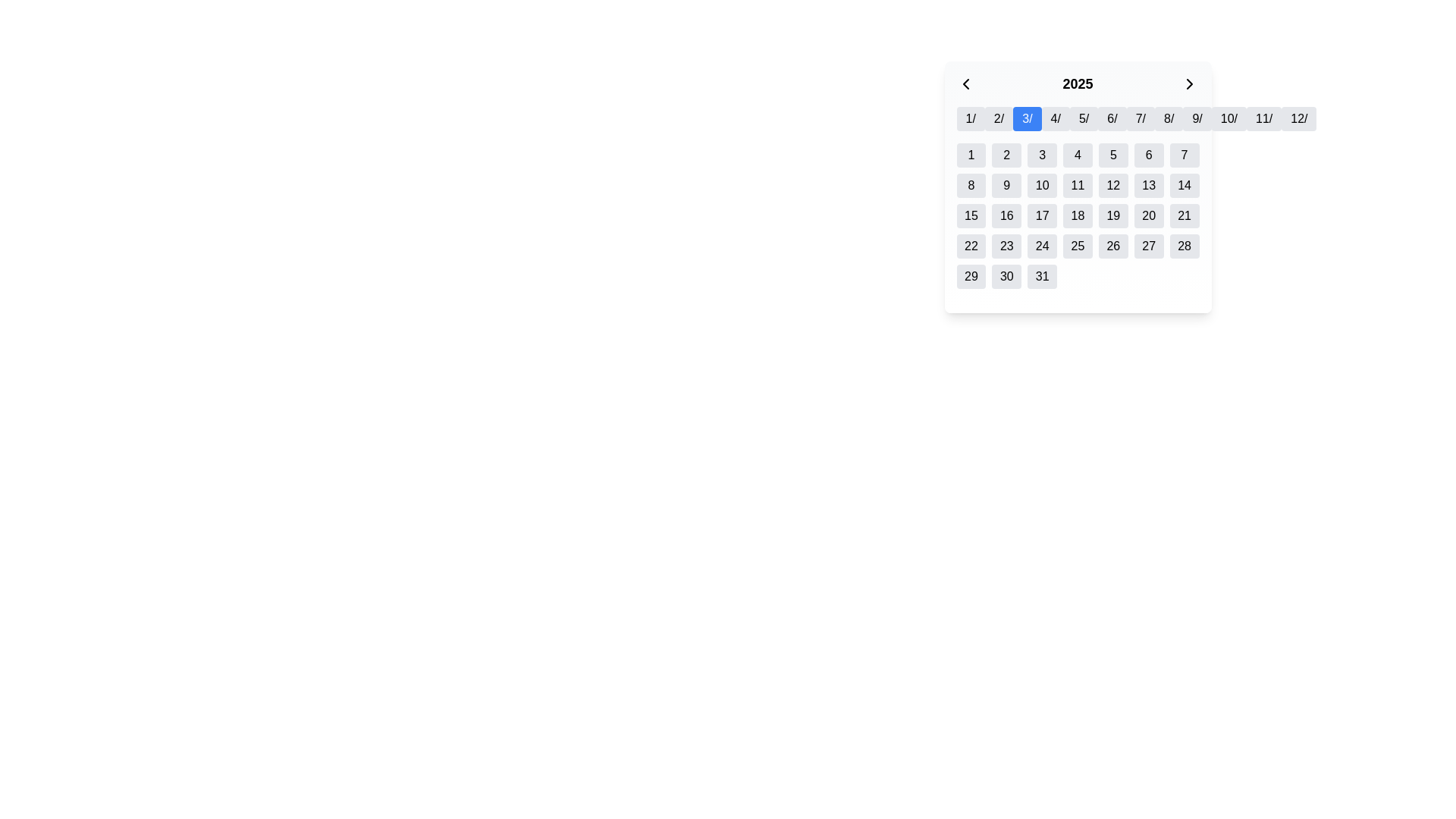 This screenshot has width=1456, height=819. What do you see at coordinates (1077, 84) in the screenshot?
I see `the Text Label that displays the currently active year in the calendar interface, which is centrally positioned and flanked by navigation arrows` at bounding box center [1077, 84].